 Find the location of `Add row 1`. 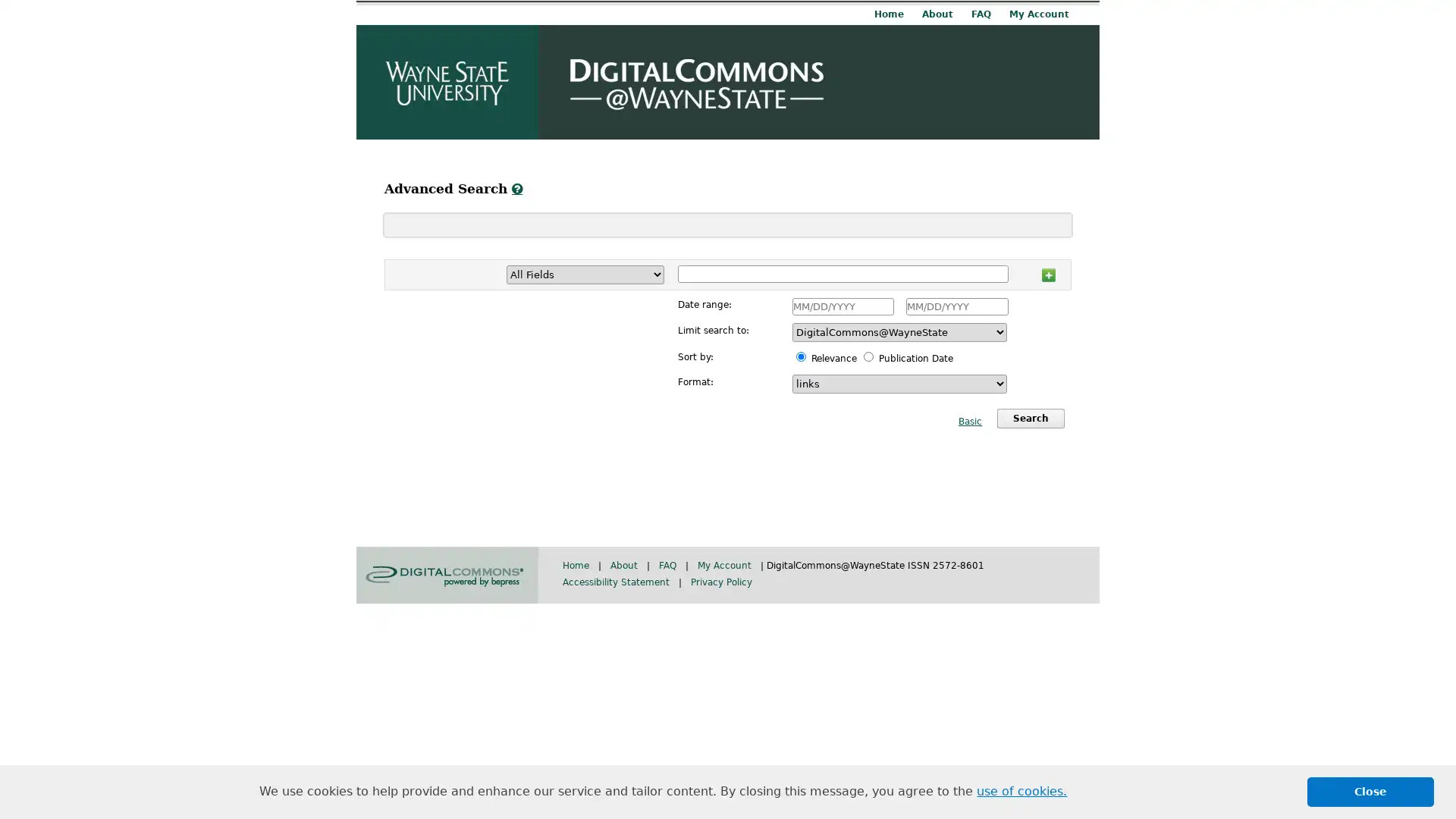

Add row 1 is located at coordinates (1047, 271).